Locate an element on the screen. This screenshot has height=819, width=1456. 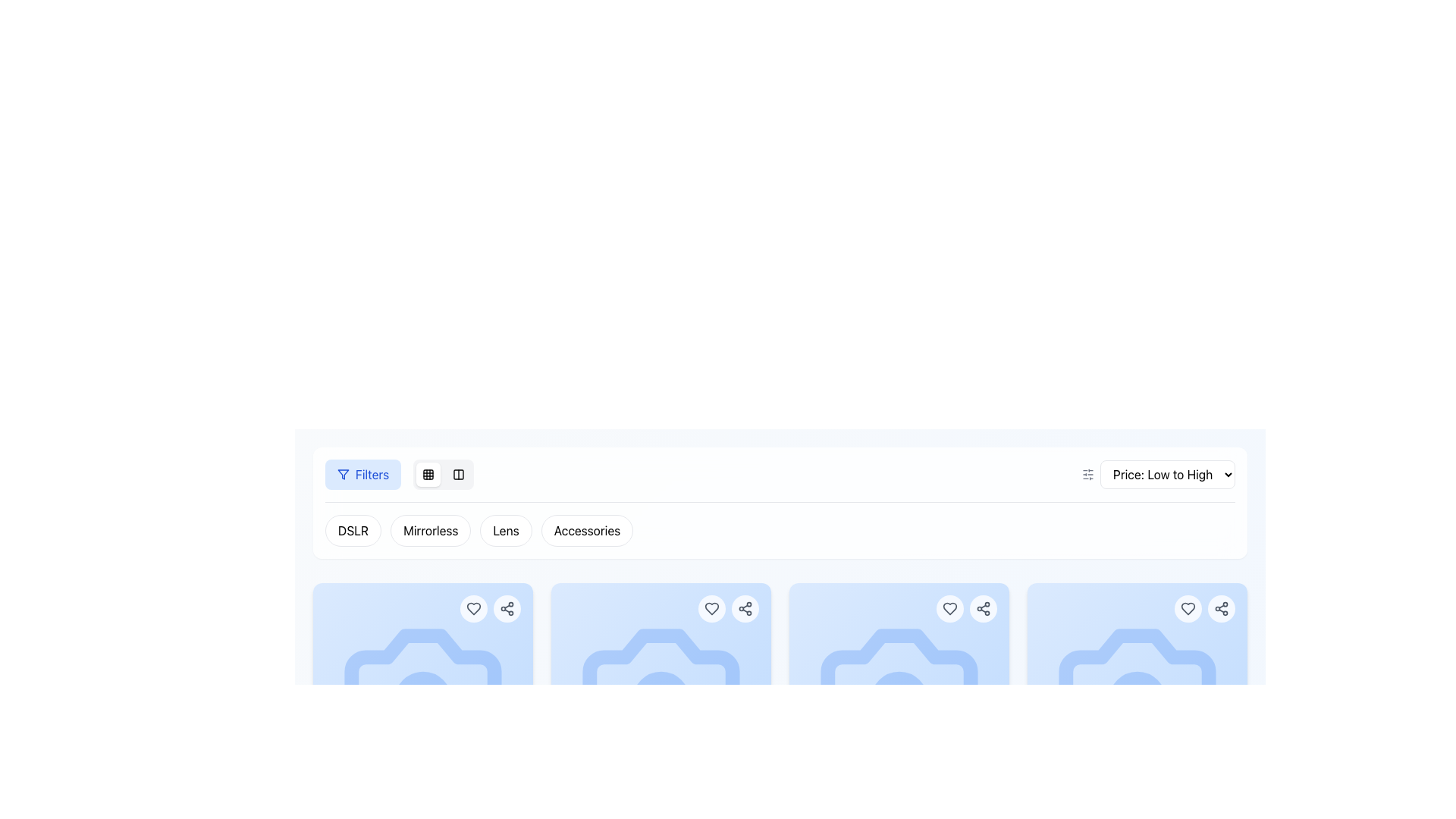
the favorite button located in the top-right corner of the product card is located at coordinates (949, 607).